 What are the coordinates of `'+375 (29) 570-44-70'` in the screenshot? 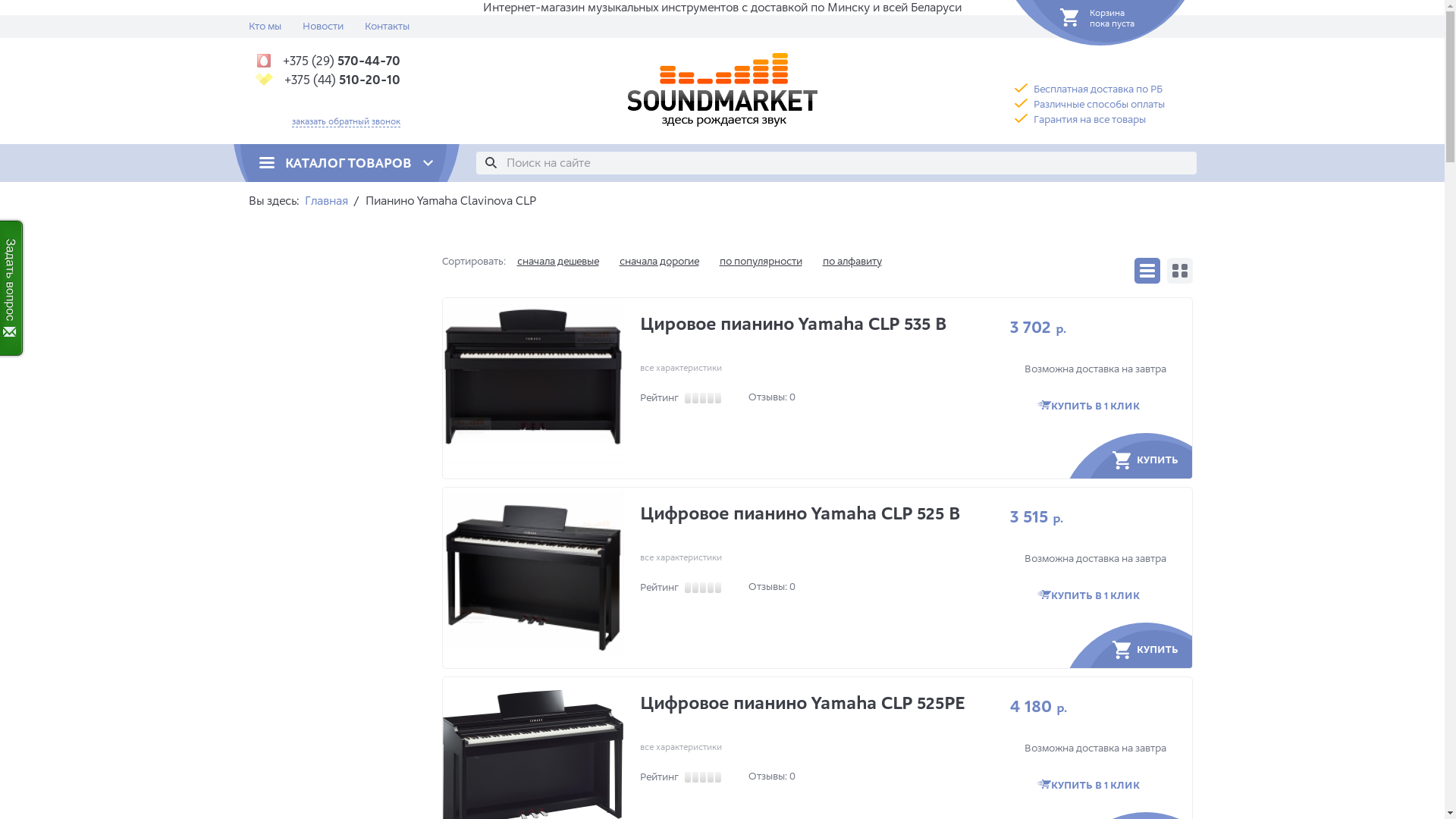 It's located at (323, 60).